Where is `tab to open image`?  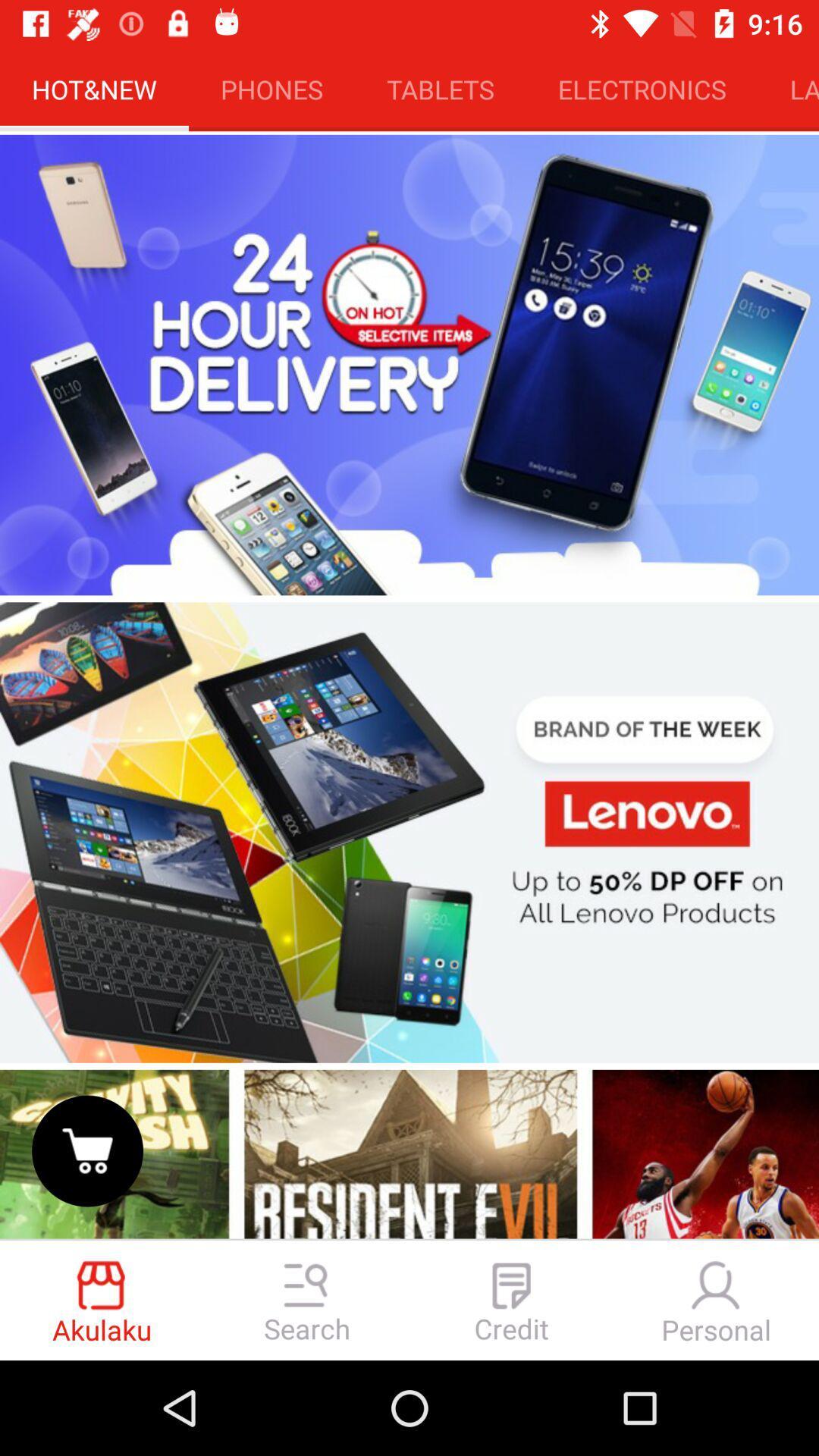
tab to open image is located at coordinates (409, 832).